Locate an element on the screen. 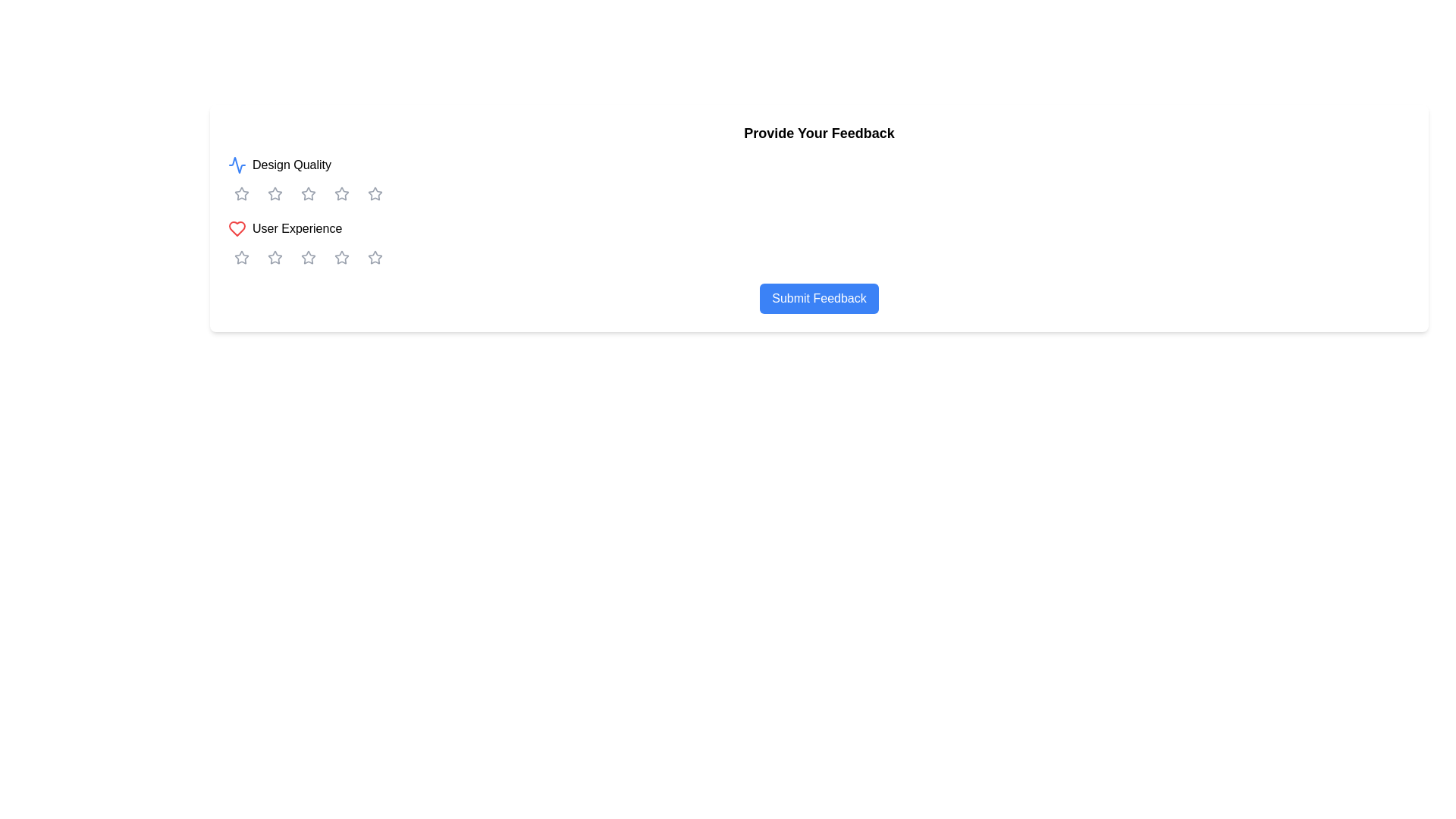  one of the star icons in the star rating component located in the 'User Experience' section is located at coordinates (818, 256).